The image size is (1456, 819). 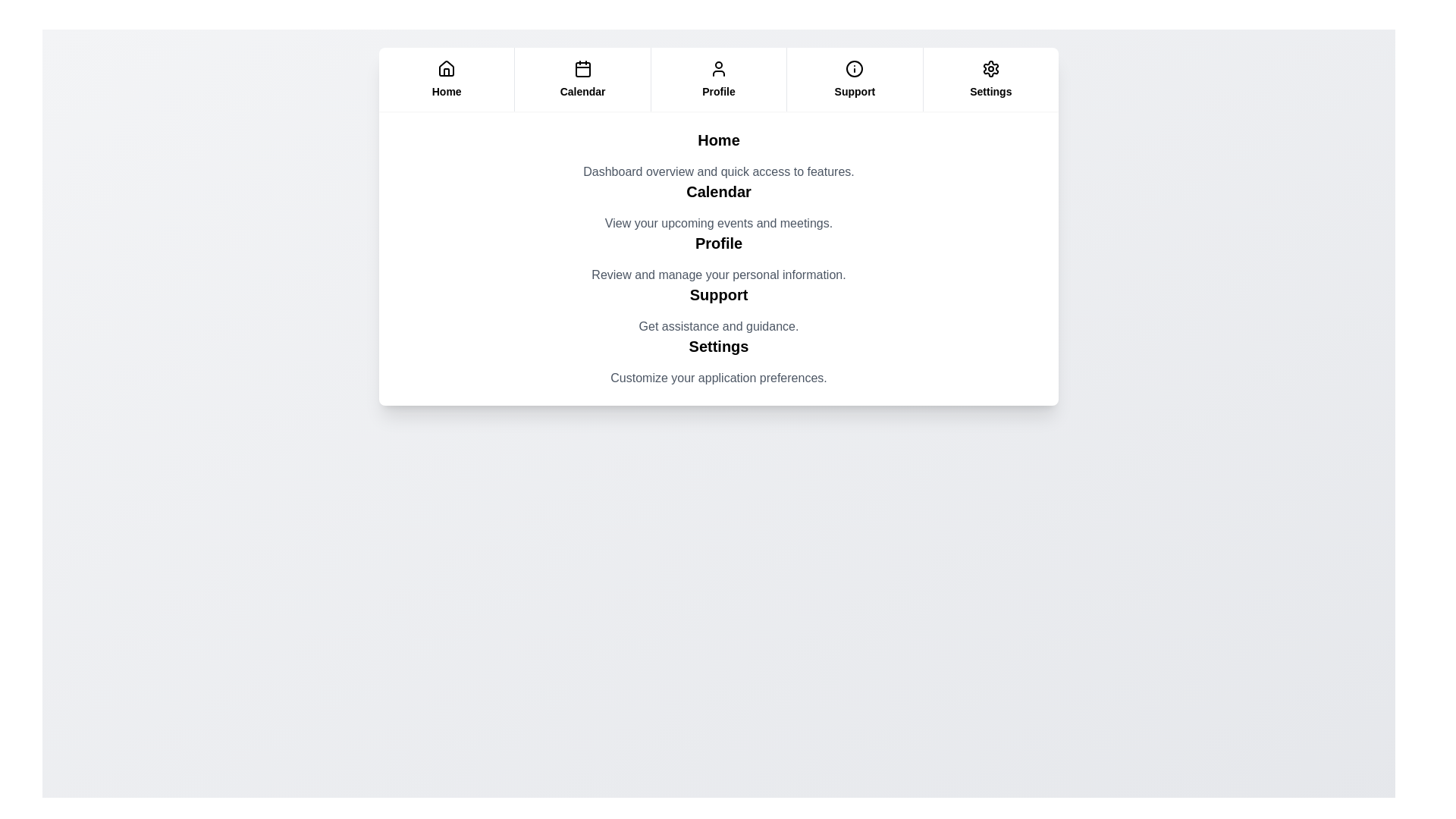 I want to click on the 'Settings' text block, which is the fifth section in the vertical list and provides information about configuring application preferences, to focus on it, so click(x=718, y=362).